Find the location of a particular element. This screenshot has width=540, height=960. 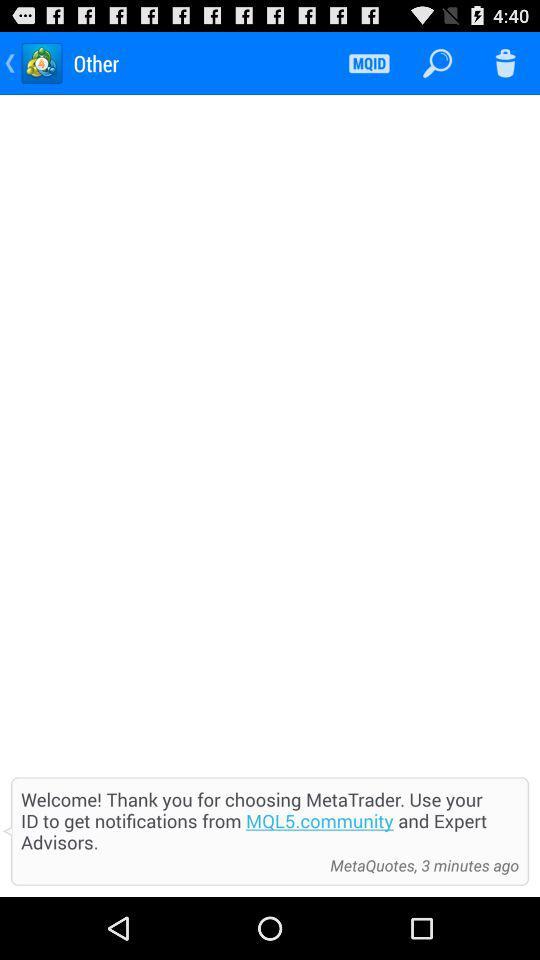

icon to the left of the metaquotes 3 minutes app is located at coordinates (170, 864).